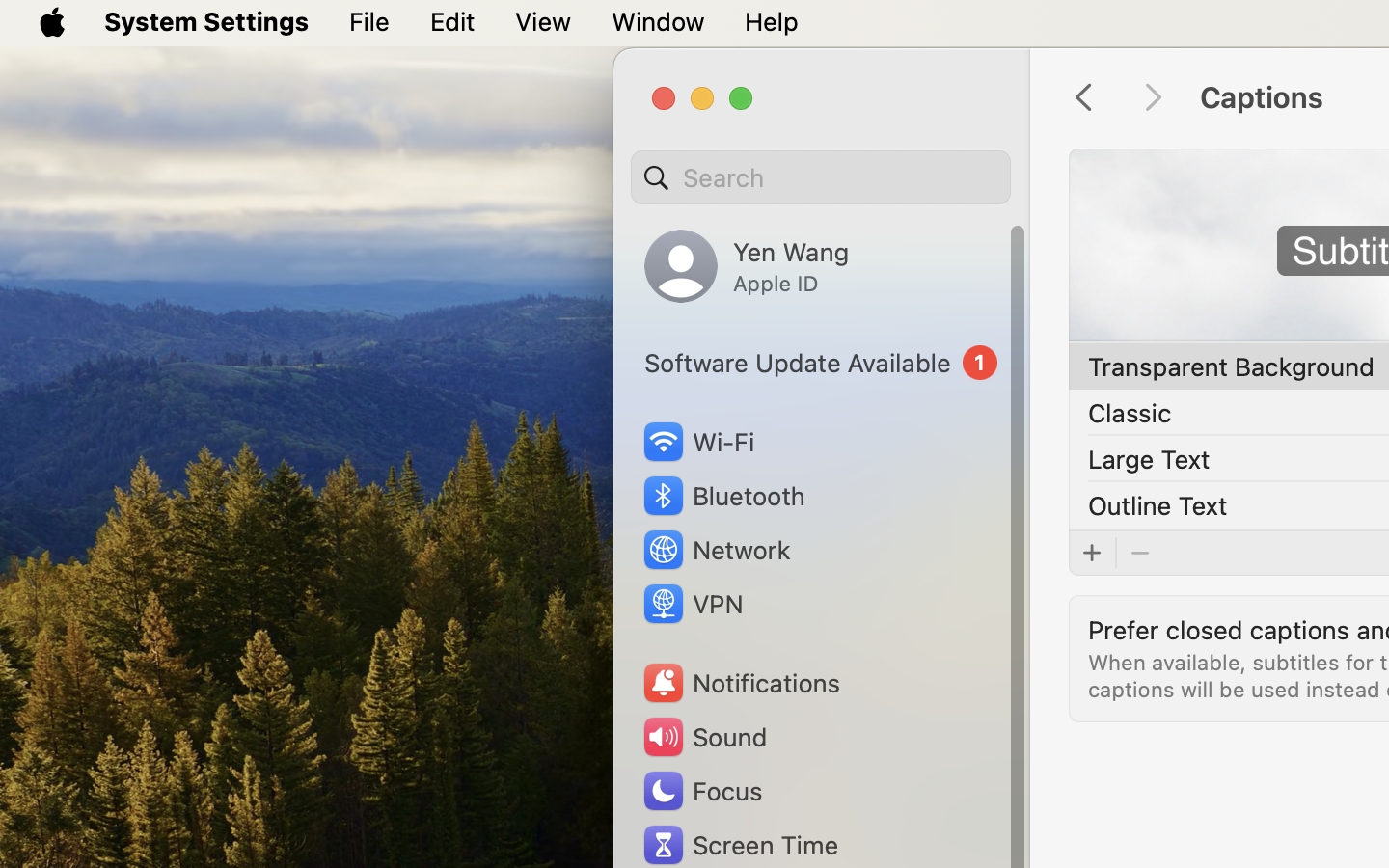 The image size is (1389, 868). What do you see at coordinates (700, 790) in the screenshot?
I see `'Focus'` at bounding box center [700, 790].